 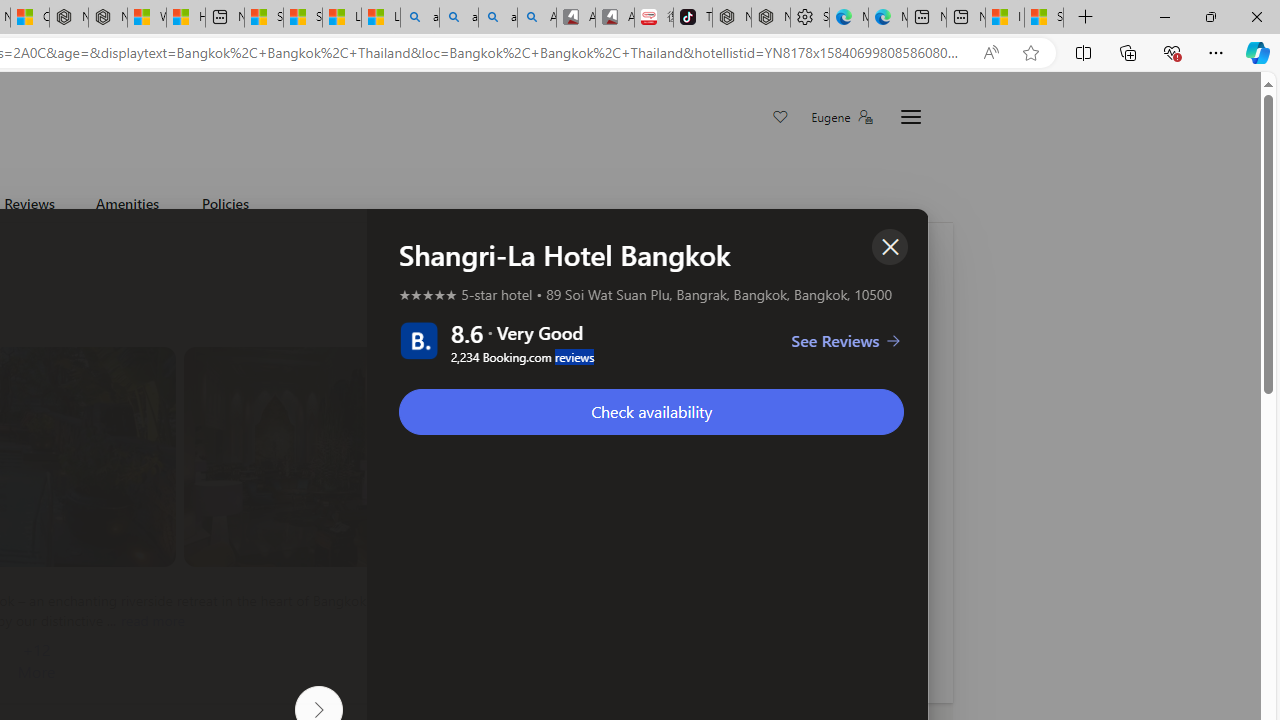 What do you see at coordinates (1004, 17) in the screenshot?
I see `'I Gained 20 Pounds of Muscle in 30 Days! | Watch'` at bounding box center [1004, 17].